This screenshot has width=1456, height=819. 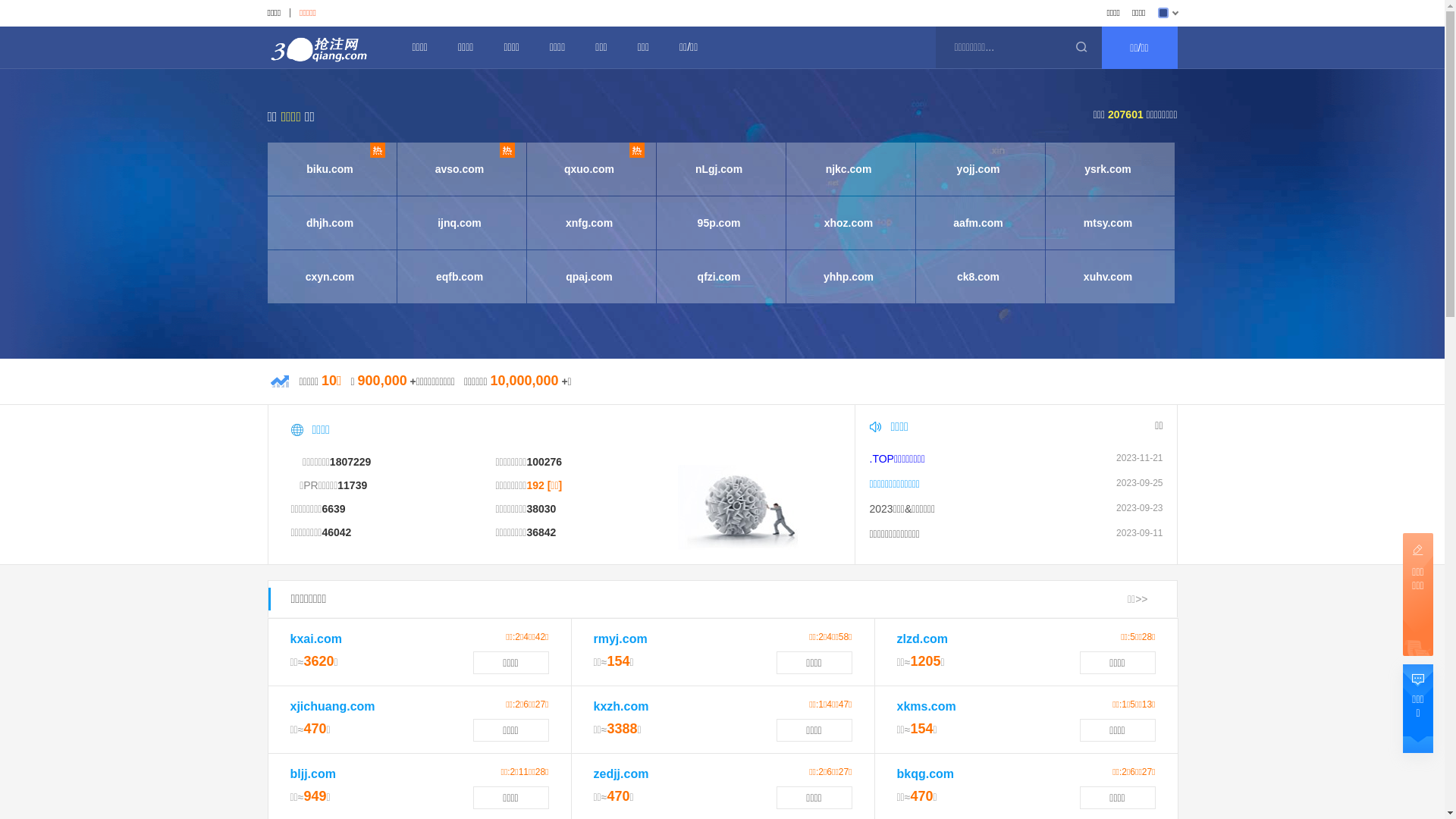 What do you see at coordinates (544, 461) in the screenshot?
I see `'100276'` at bounding box center [544, 461].